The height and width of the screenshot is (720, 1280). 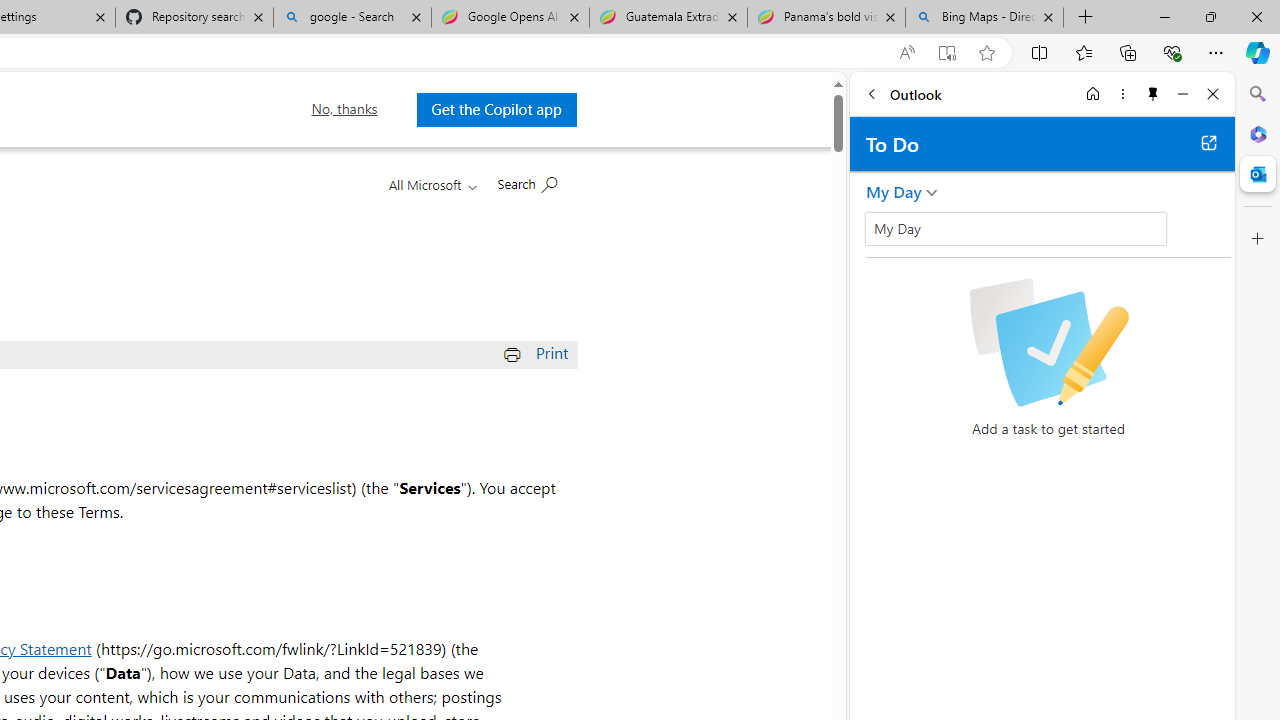 What do you see at coordinates (538, 351) in the screenshot?
I see `'Print'` at bounding box center [538, 351].